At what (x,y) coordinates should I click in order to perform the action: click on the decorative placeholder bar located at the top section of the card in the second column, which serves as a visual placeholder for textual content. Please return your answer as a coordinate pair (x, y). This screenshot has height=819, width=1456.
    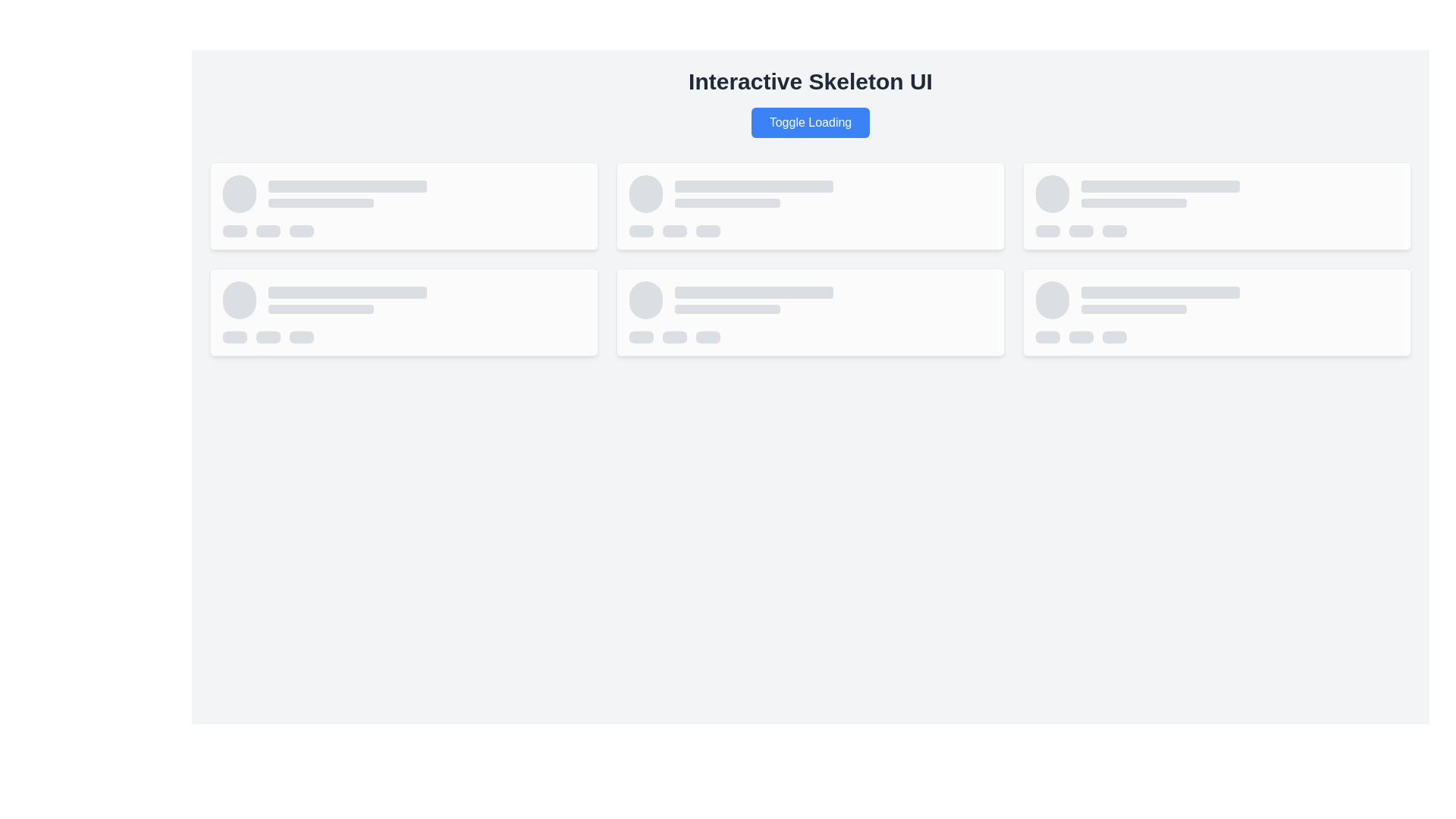
    Looking at the image, I should click on (754, 186).